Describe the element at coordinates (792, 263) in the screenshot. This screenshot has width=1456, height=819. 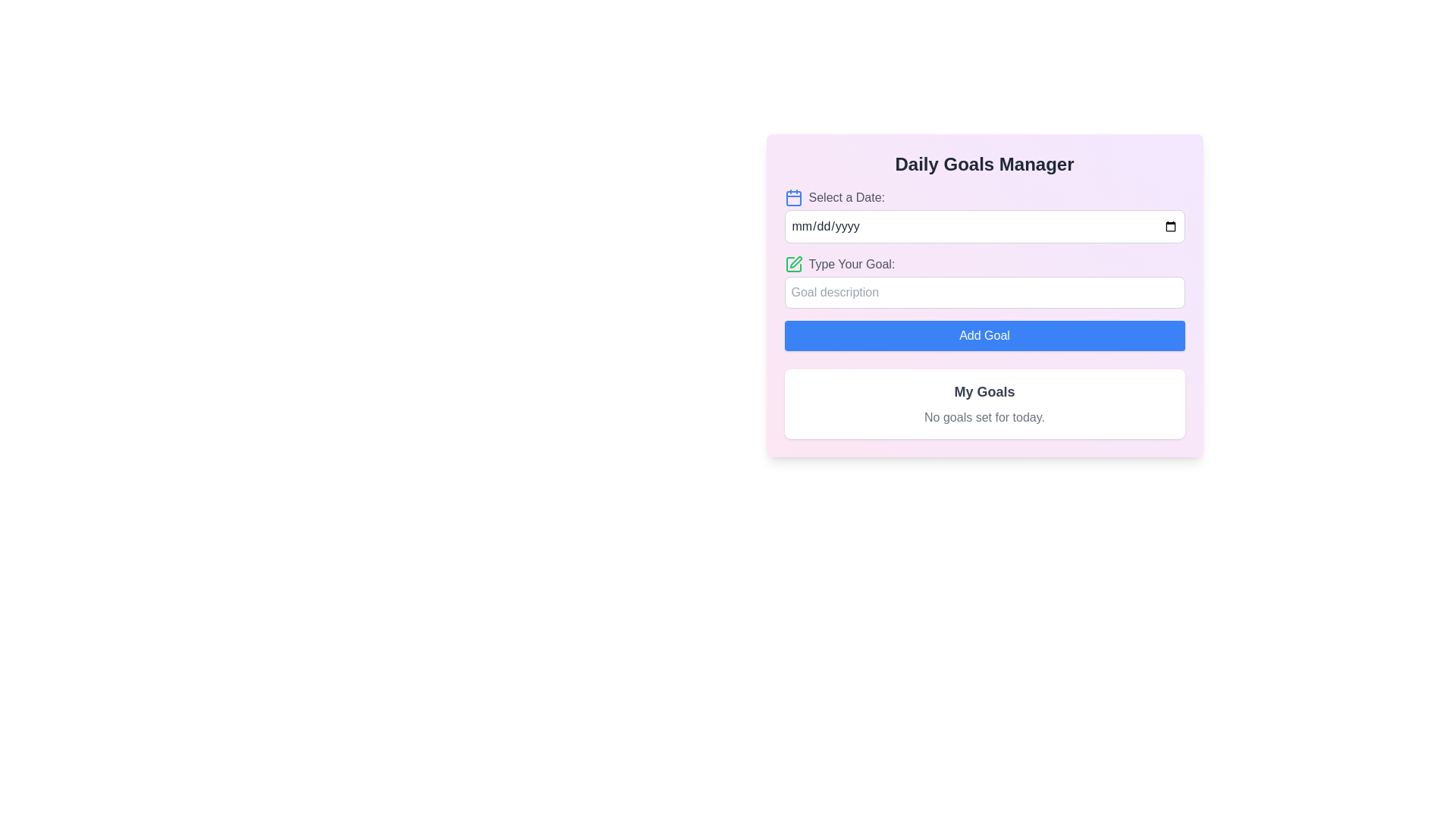
I see `the primary icon next to the label text in the 'Type Your Goal' section, which facilitates editing or input actions` at that location.